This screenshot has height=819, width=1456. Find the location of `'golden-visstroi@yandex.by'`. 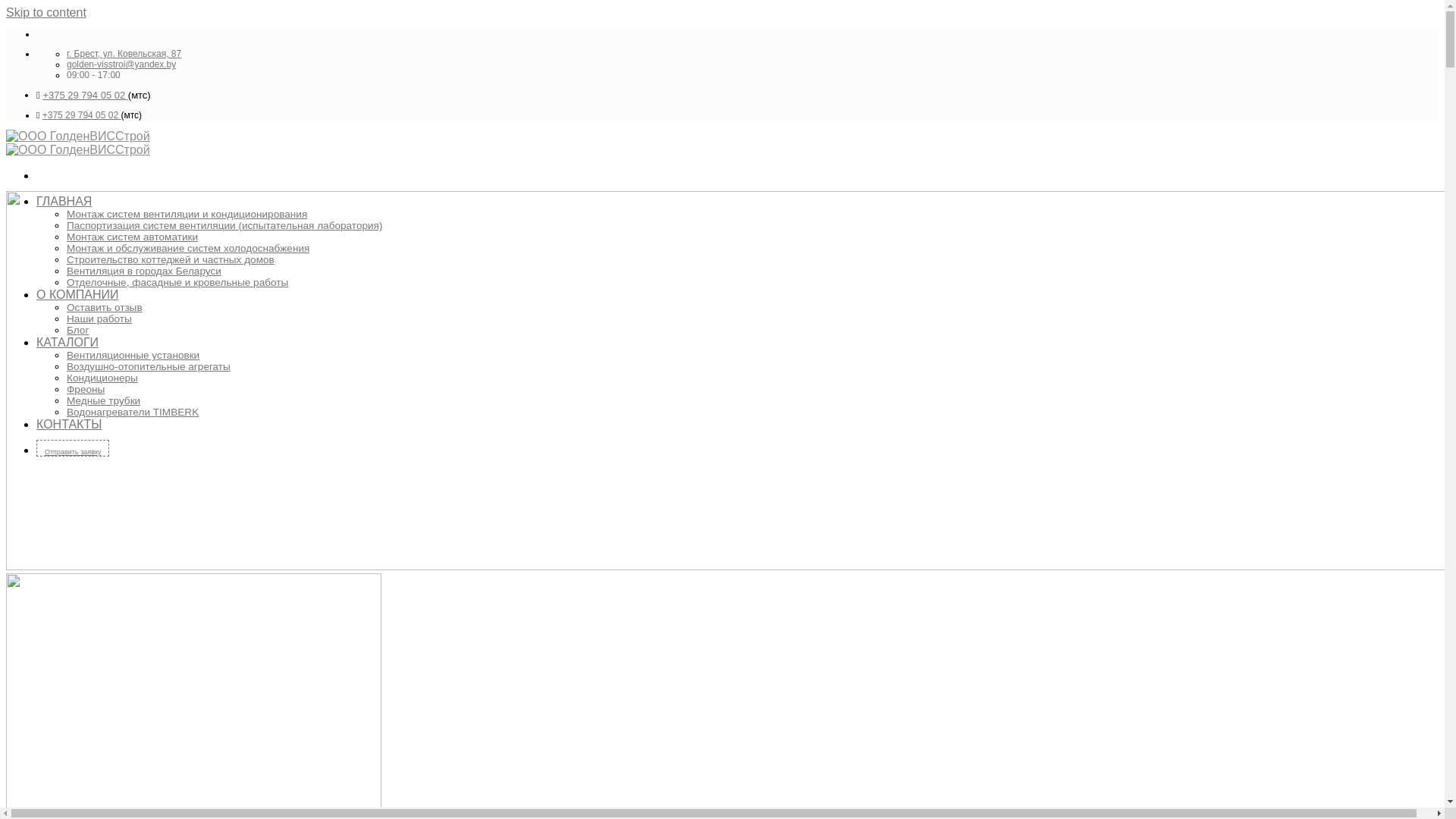

'golden-visstroi@yandex.by' is located at coordinates (120, 63).